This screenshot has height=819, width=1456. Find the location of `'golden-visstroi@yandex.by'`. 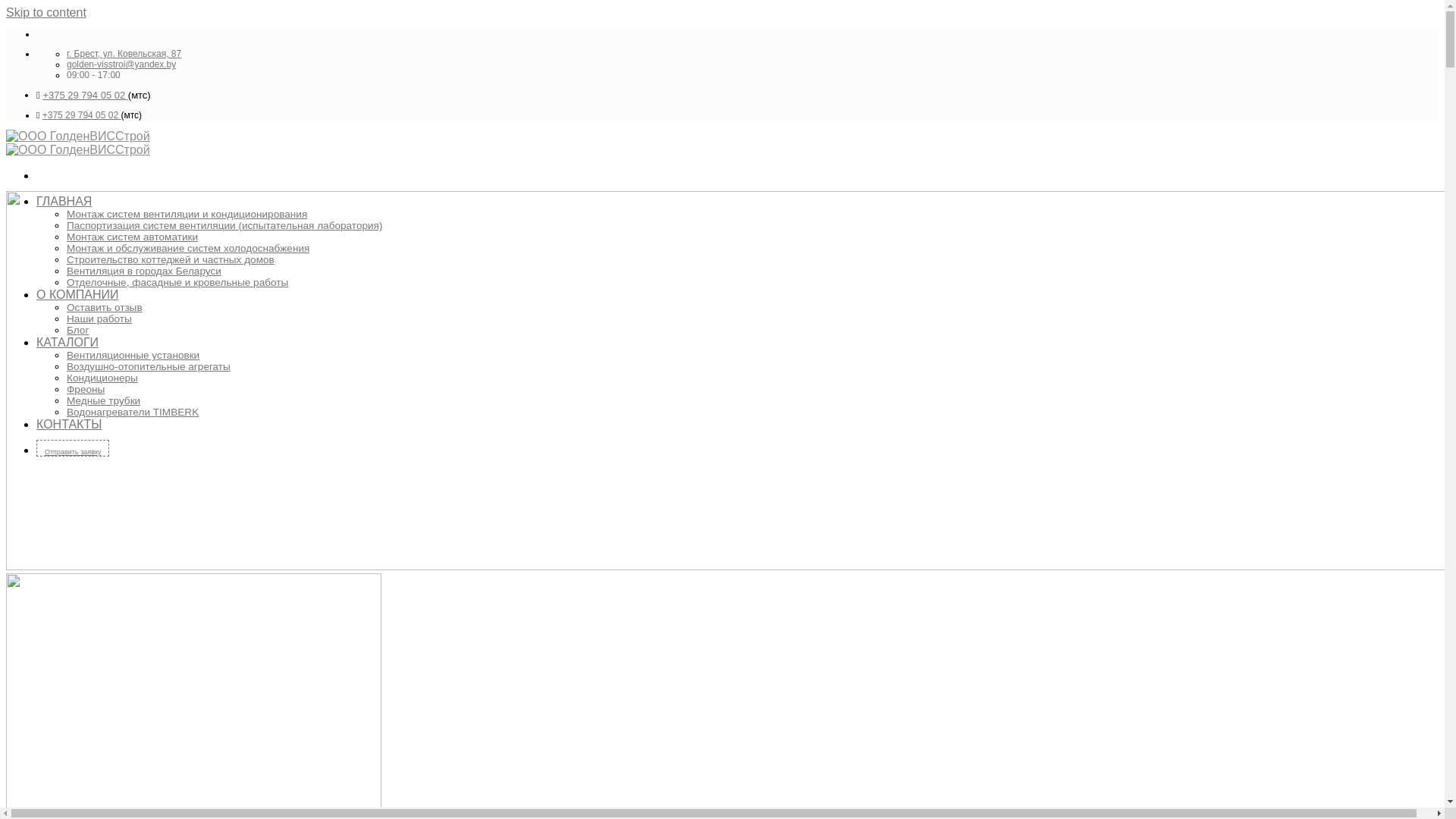

'golden-visstroi@yandex.by' is located at coordinates (120, 63).